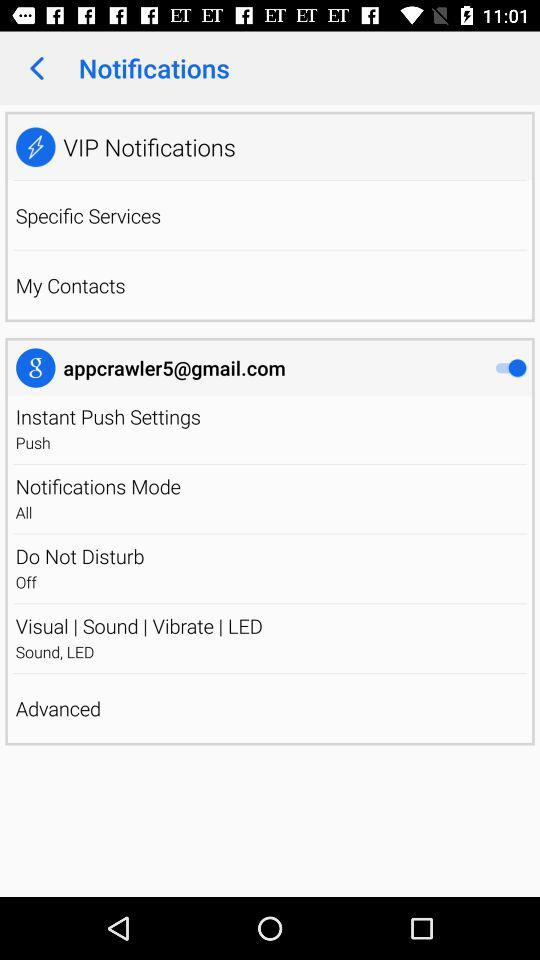  Describe the element at coordinates (35, 146) in the screenshot. I see `icon to the left of the vip notifications icon` at that location.